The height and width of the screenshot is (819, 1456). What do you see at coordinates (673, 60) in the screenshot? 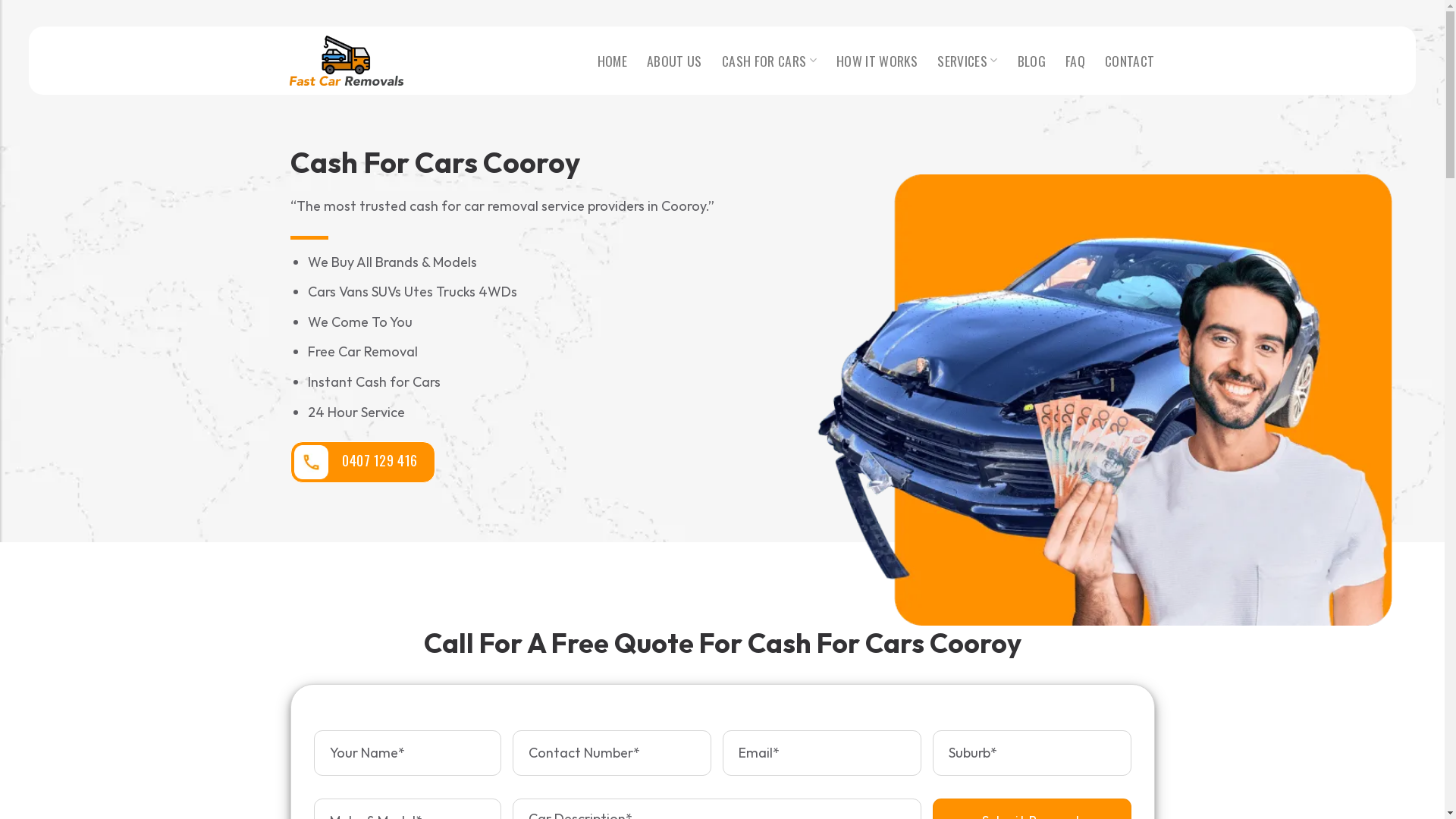
I see `'ABOUT US'` at bounding box center [673, 60].